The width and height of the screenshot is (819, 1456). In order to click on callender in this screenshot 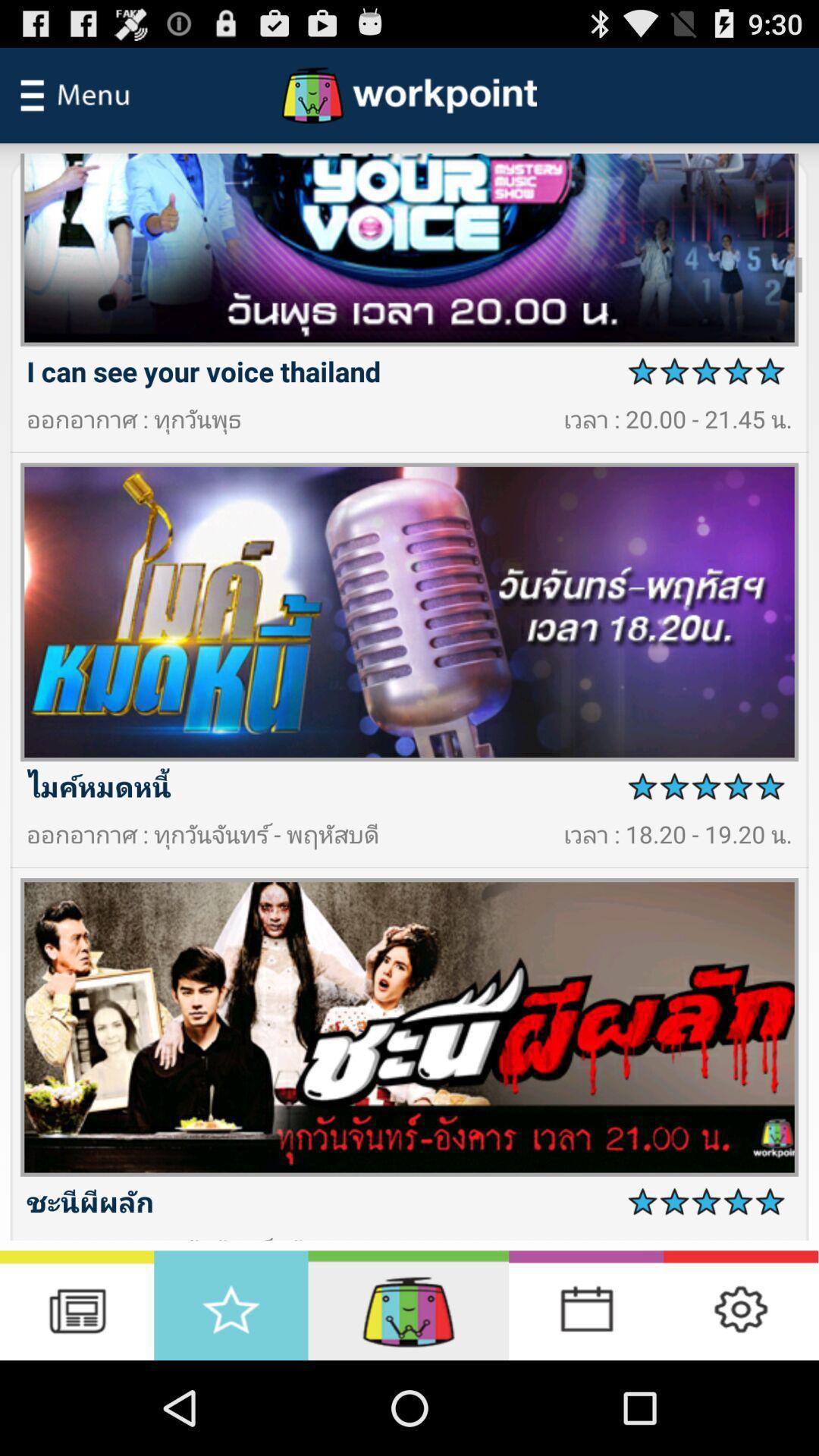, I will do `click(585, 1304)`.